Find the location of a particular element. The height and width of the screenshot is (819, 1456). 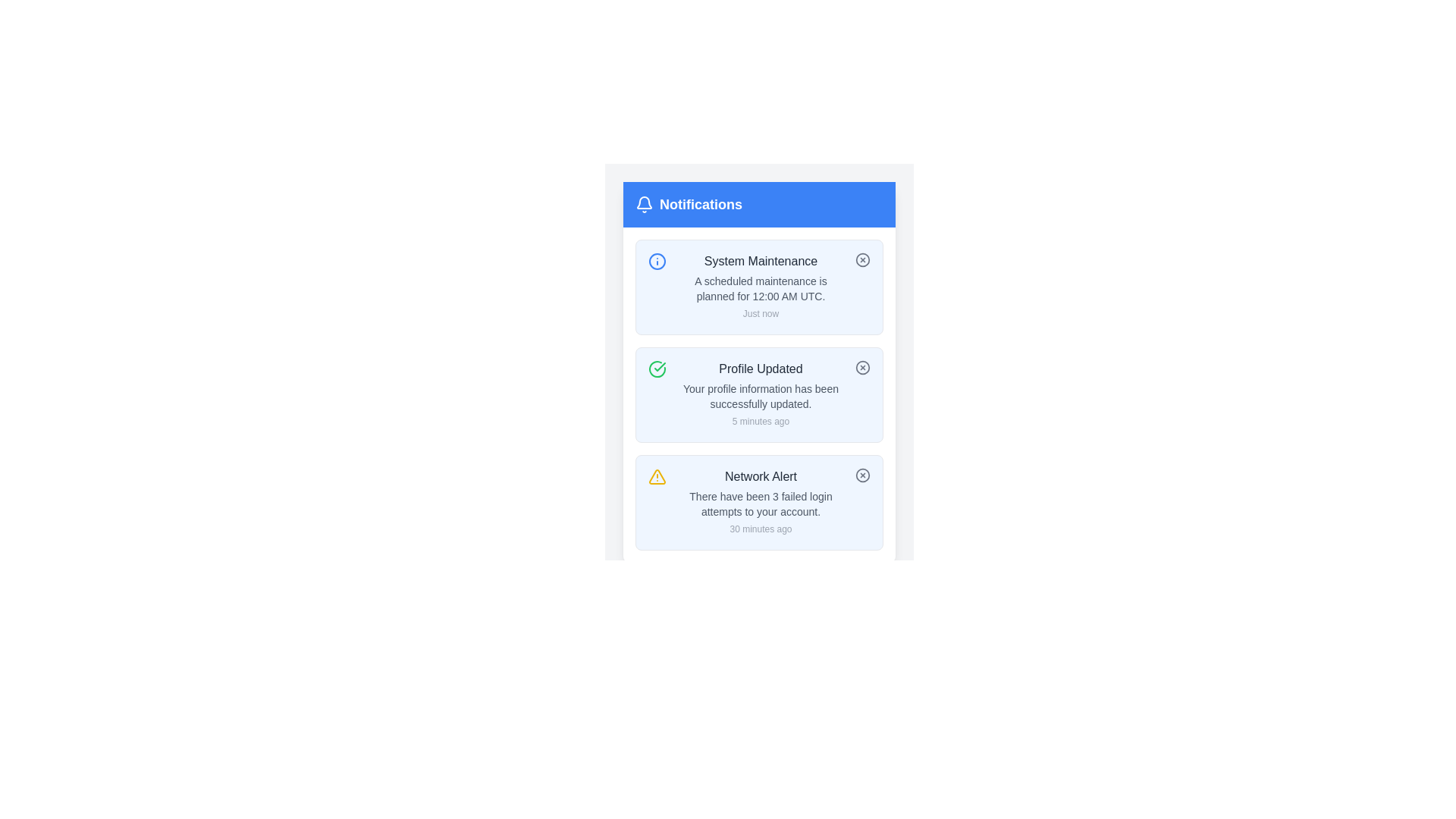

the prominent 'Notifications' text label, which is styled with white text on a blue background and located in the header section next to a bell icon is located at coordinates (700, 205).